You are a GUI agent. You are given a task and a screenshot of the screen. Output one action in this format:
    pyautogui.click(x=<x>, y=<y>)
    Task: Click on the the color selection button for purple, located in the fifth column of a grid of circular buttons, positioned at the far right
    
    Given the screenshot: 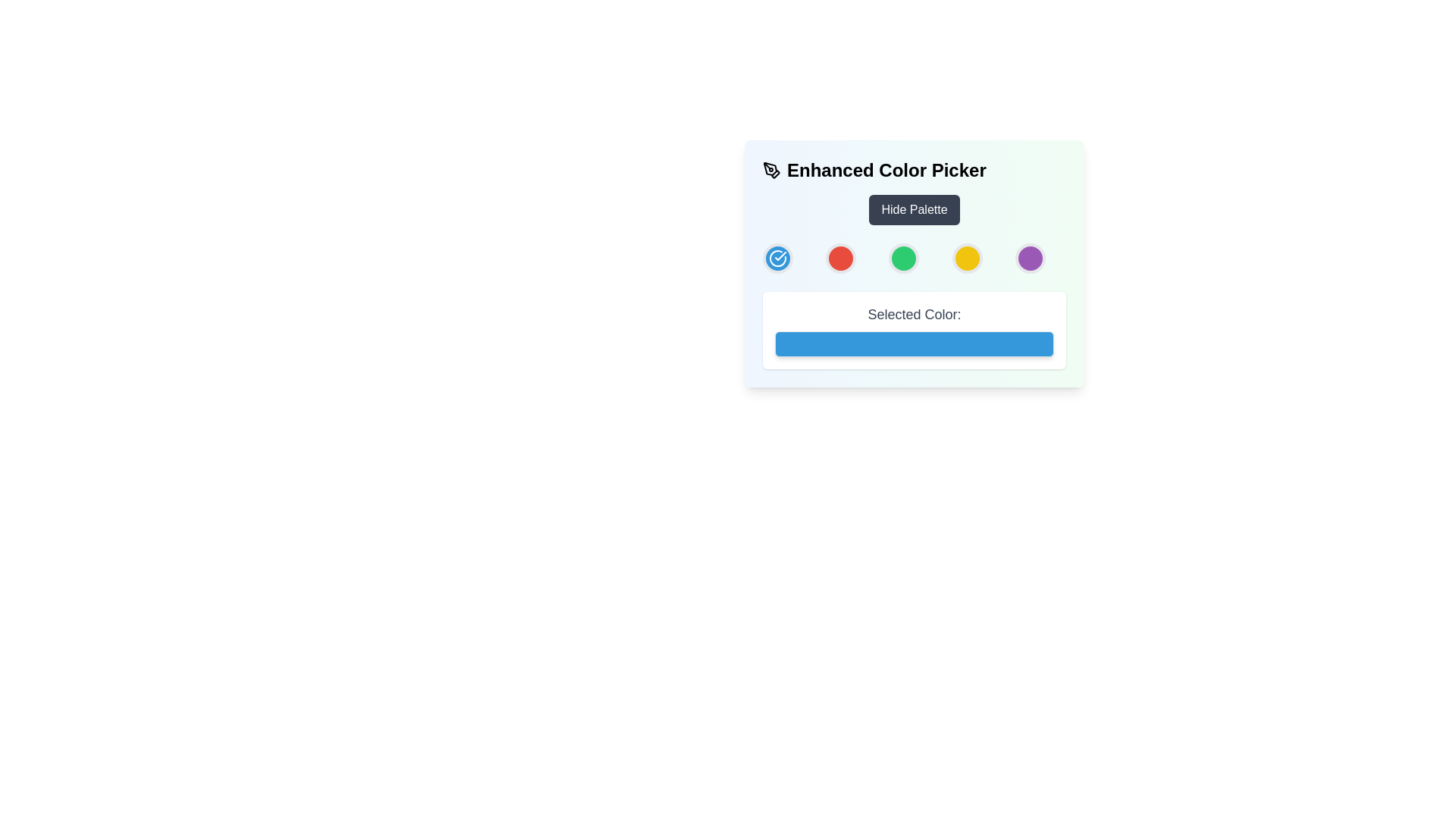 What is the action you would take?
    pyautogui.click(x=1030, y=257)
    